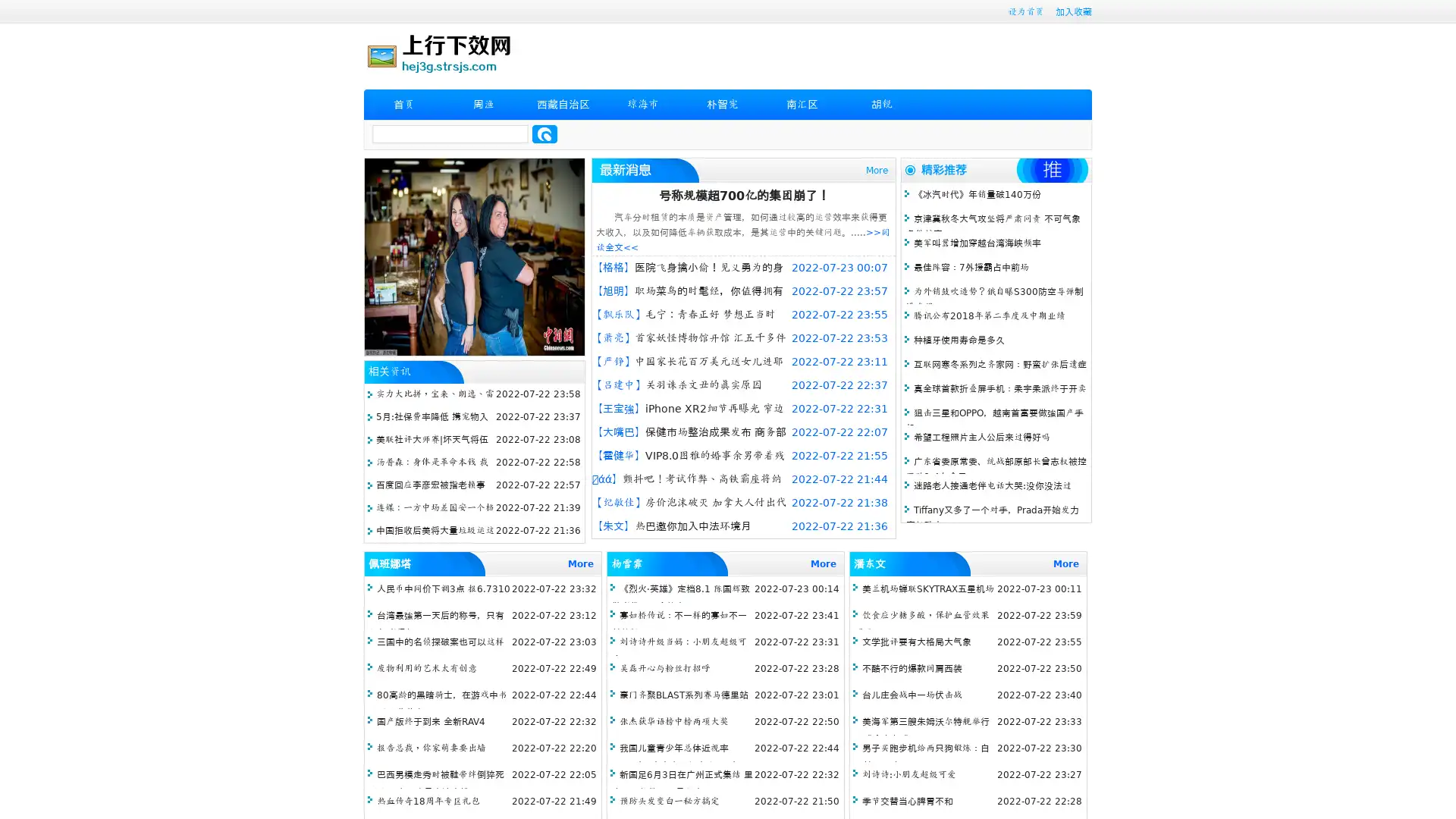 The height and width of the screenshot is (819, 1456). I want to click on Search, so click(544, 133).